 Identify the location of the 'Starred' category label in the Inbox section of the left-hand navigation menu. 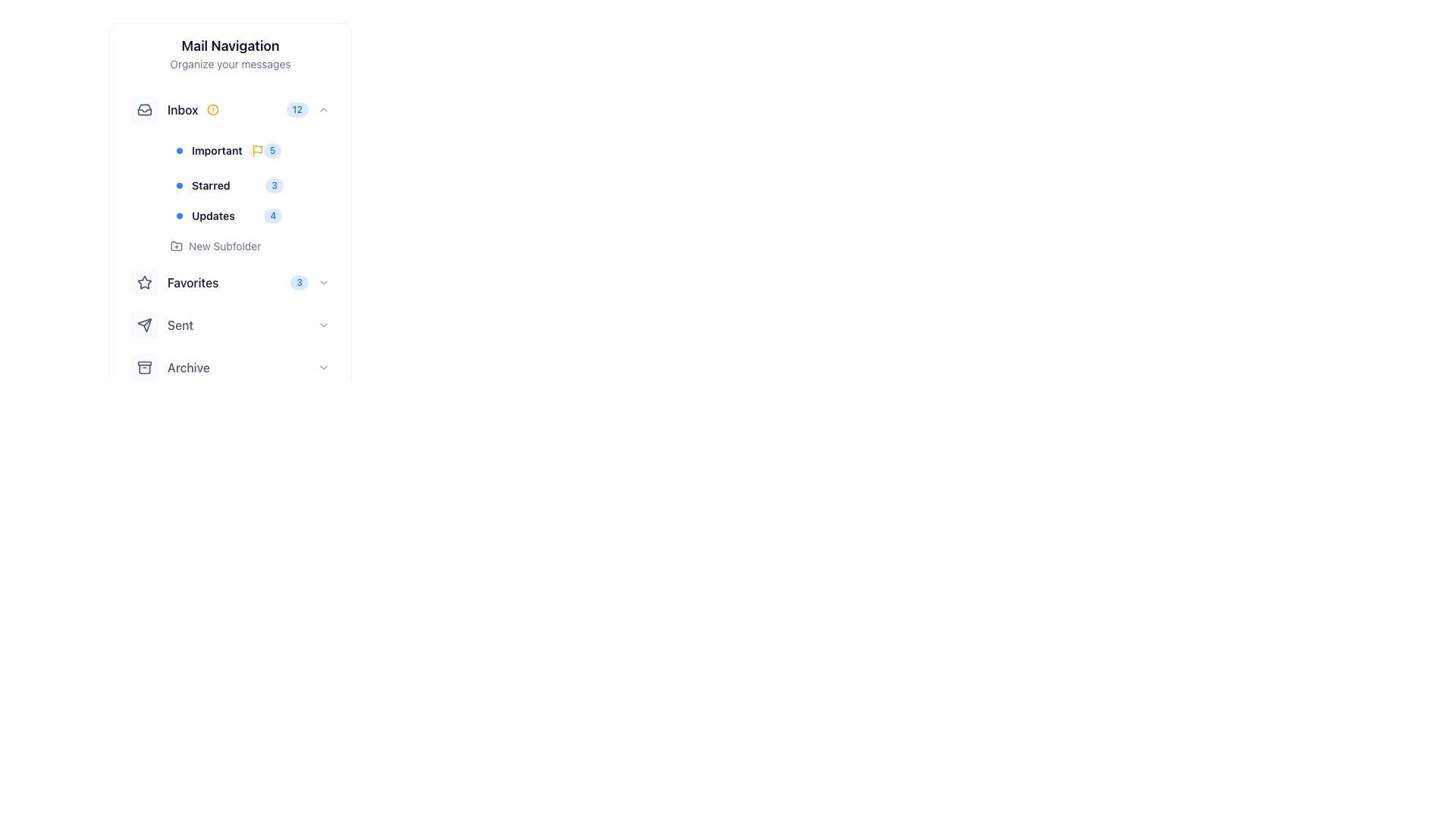
(210, 185).